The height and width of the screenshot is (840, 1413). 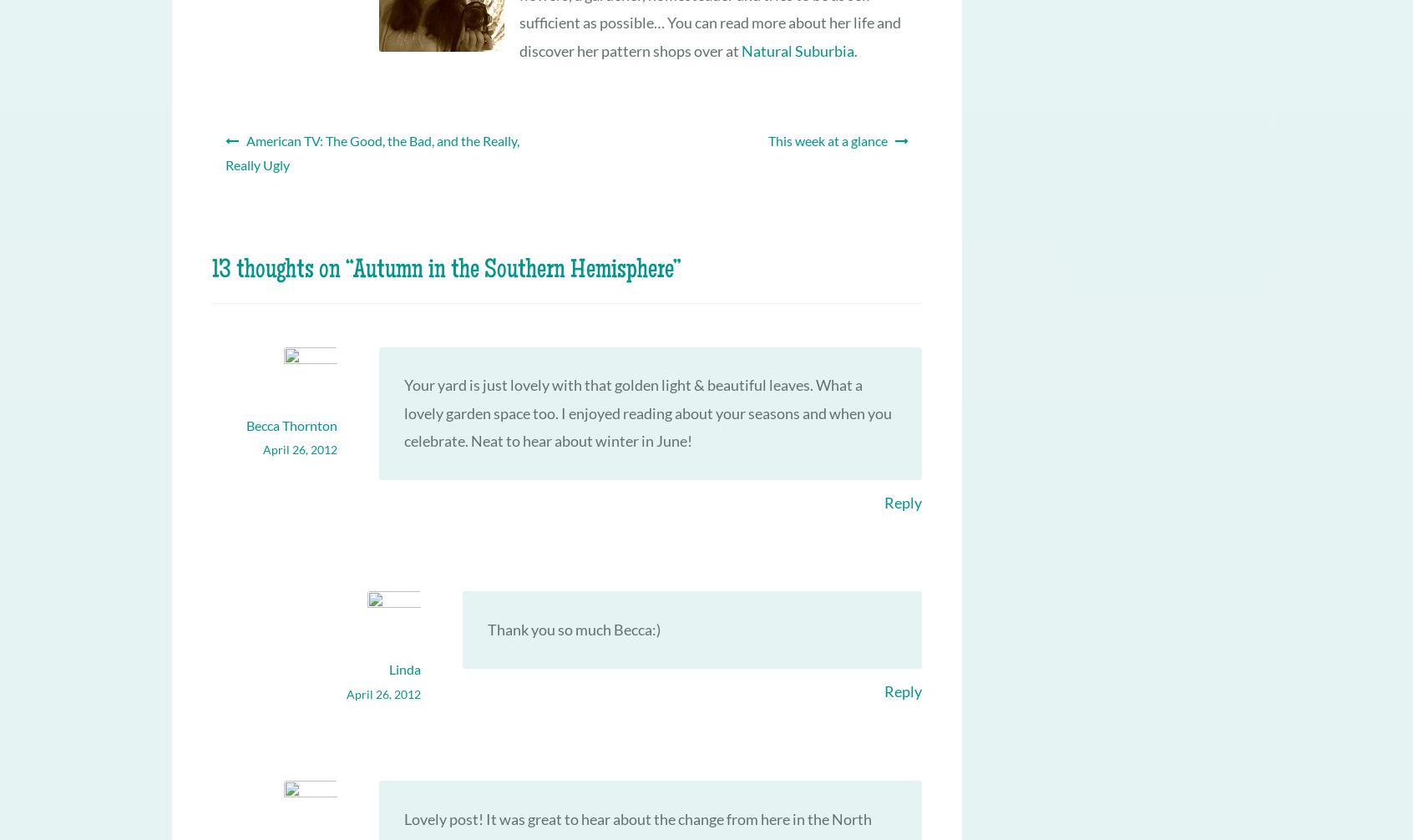 What do you see at coordinates (256, 132) in the screenshot?
I see `'Post navigation'` at bounding box center [256, 132].